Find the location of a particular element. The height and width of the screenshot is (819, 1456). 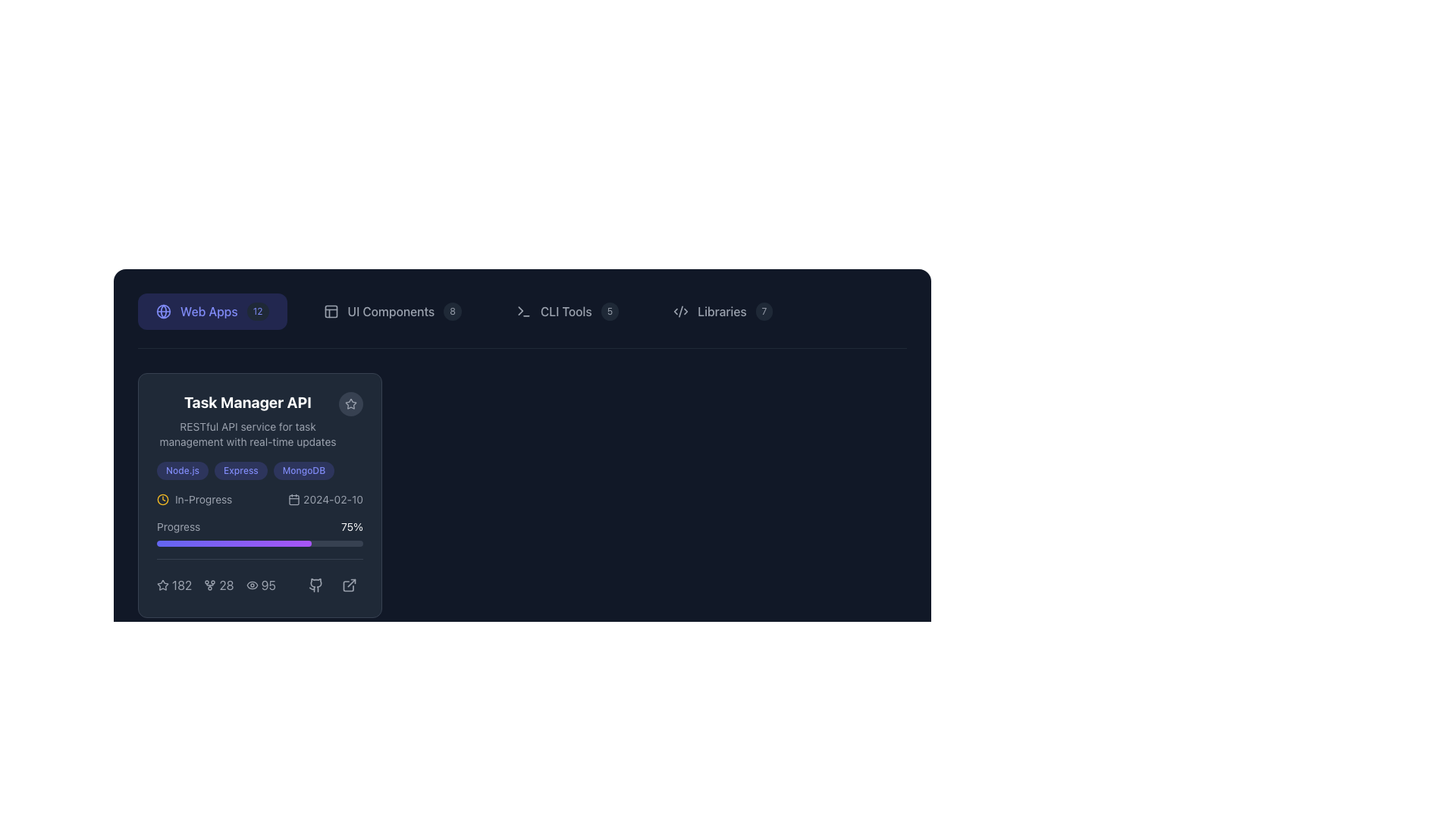

the 'Web Apps' button featuring a globe icon and a badge displaying '12' is located at coordinates (212, 311).